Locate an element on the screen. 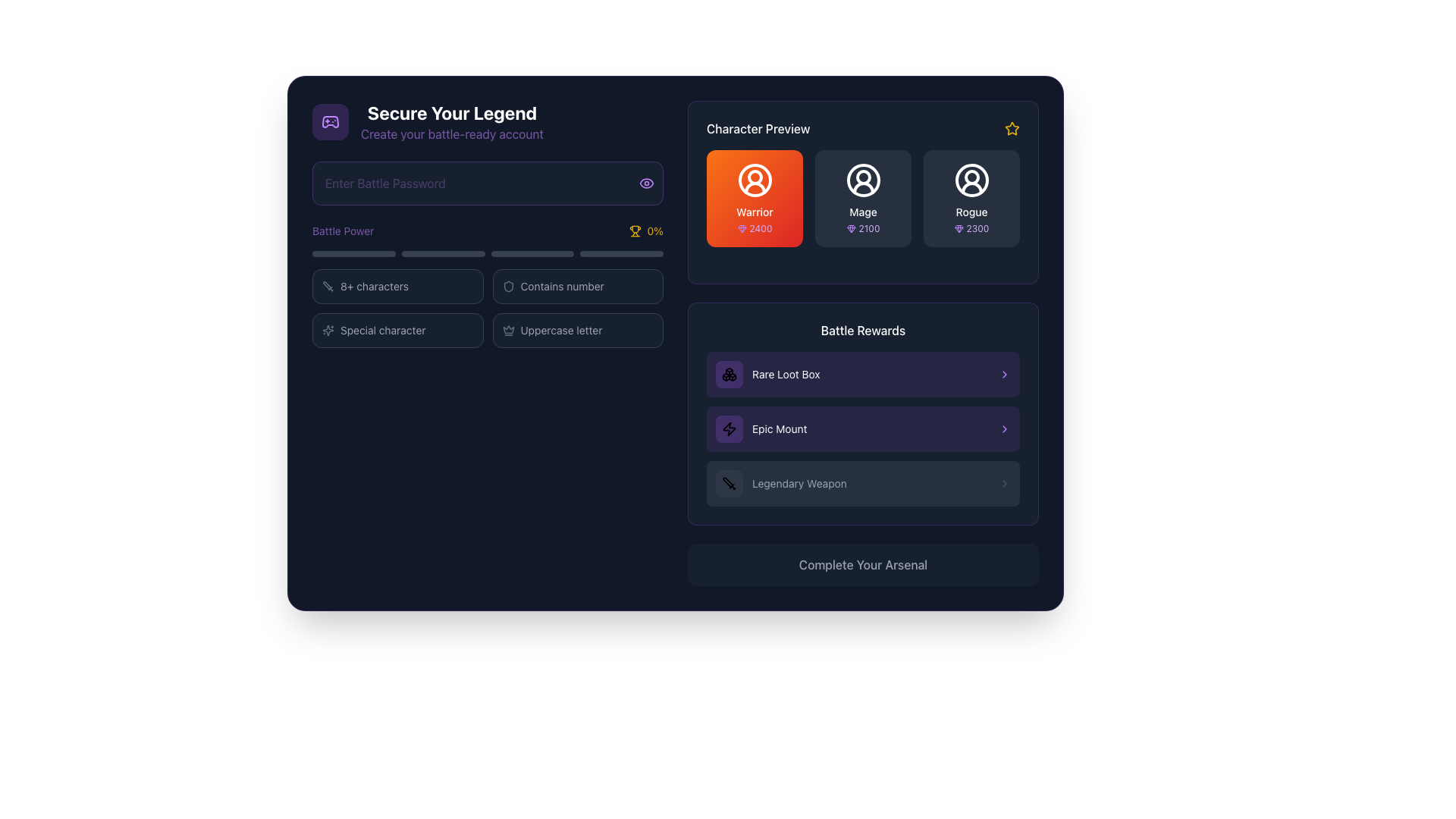 Image resolution: width=1456 pixels, height=819 pixels. text from the Indicator box that indicates whether the password contains numeric characters, which is located to the right of the '8+ characters' item in the grid layout under the 'Battle Power' section is located at coordinates (577, 287).